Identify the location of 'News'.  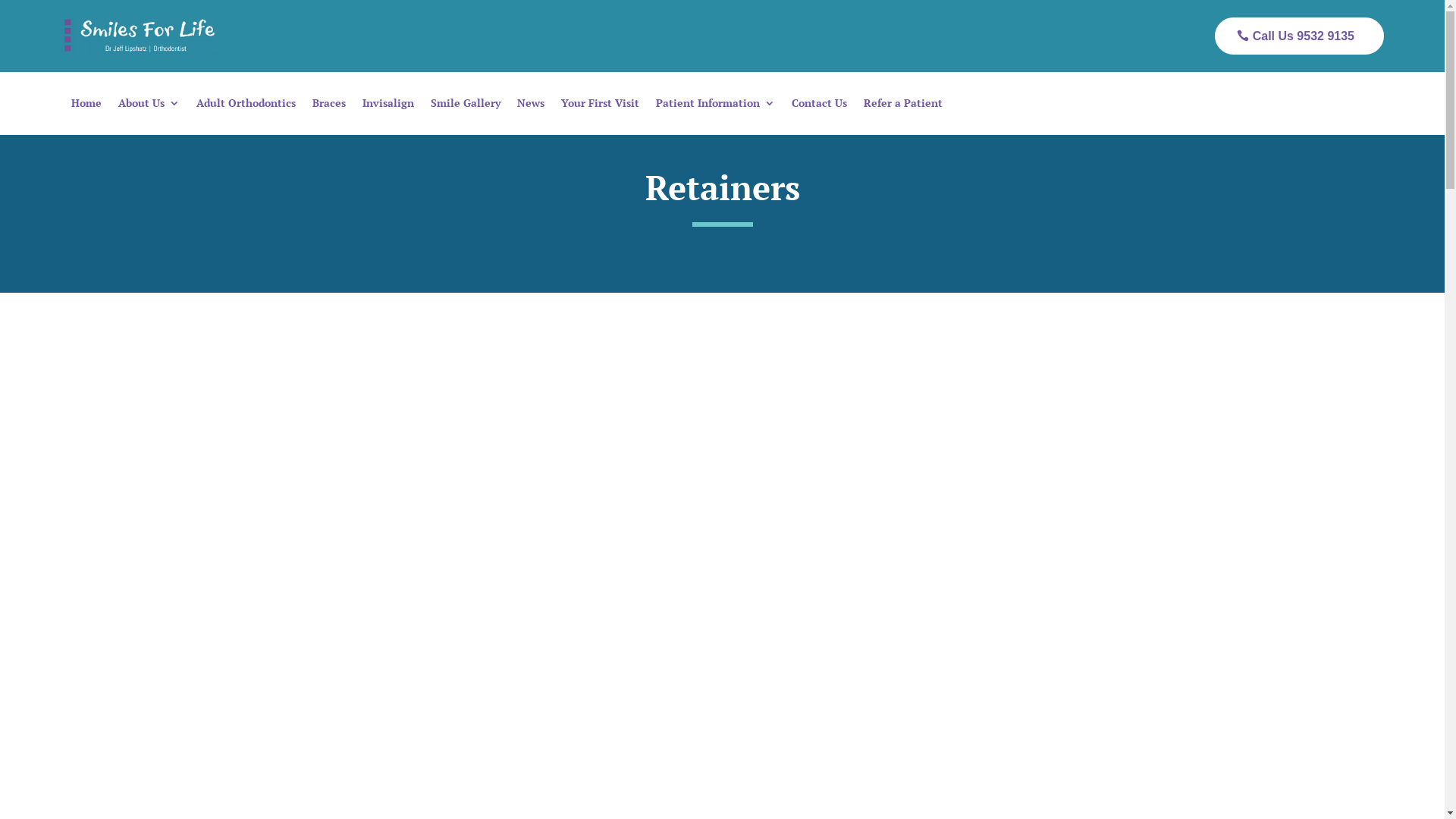
(516, 105).